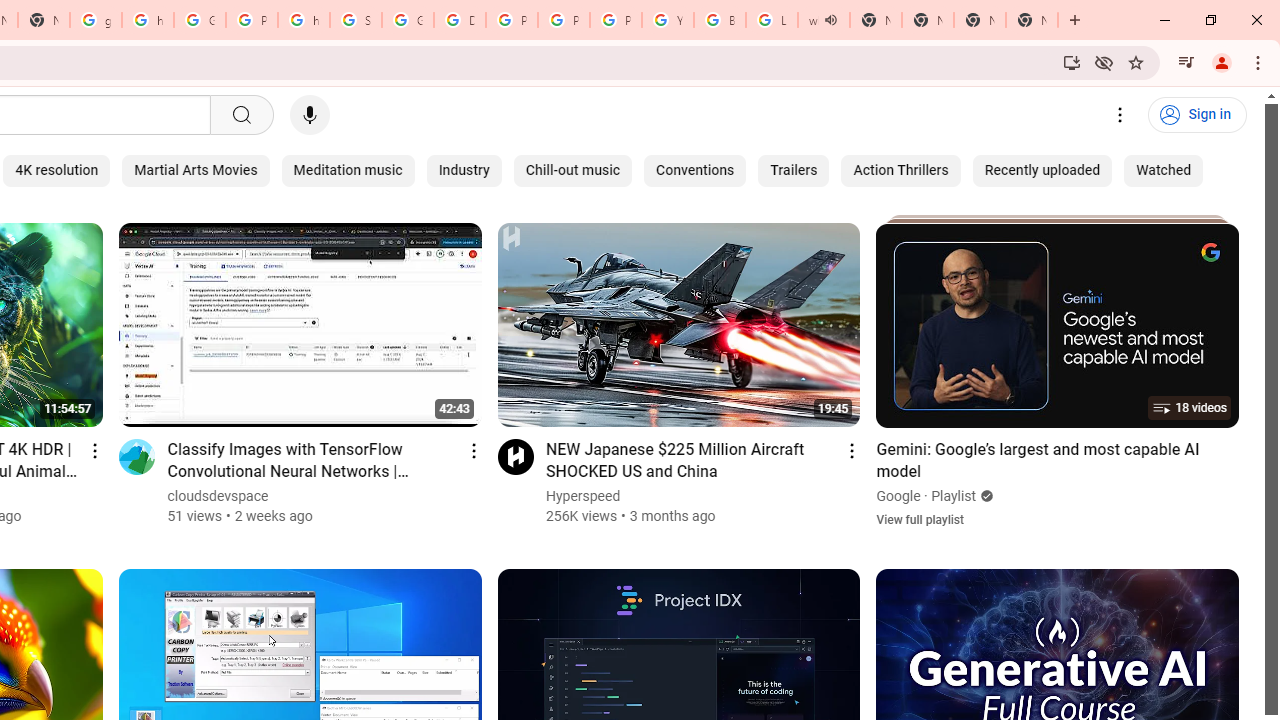 Image resolution: width=1280 pixels, height=720 pixels. What do you see at coordinates (979, 20) in the screenshot?
I see `'New Tab'` at bounding box center [979, 20].